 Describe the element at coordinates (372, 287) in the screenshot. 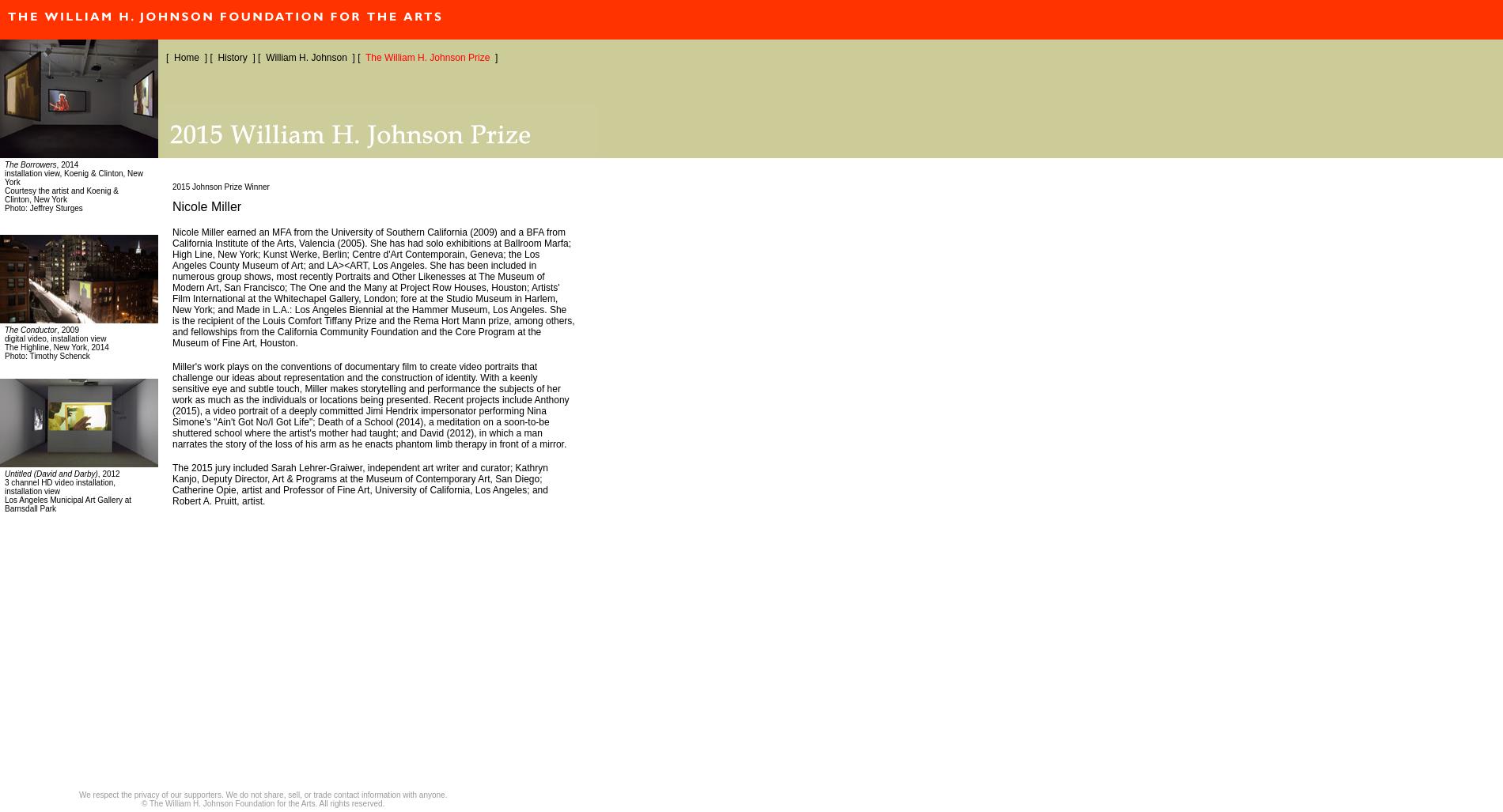

I see `'Nicole Miller earned an MFA from the University of Southern California (2009) and a BFA from California Institute of the Arts, Valencia (2005). She has had solo exhibitions at Ballroom Marfa; High Line, New York; Kunst Werke, Berlin; Centre d'Art Contemporain, Geneva; the Los Angeles County Museum of Art;  and LA><ART, Los Angeles. She has been included in numerous group shows, most recently Portraits and Other Likenesses at The Museum of Modern Art, San Francisco; The One and the Many at Project Row Houses, Houston; Artists' Film International at the Whitechapel Gallery, London; fore at the Studio Museum in Harlem, New York; and Made in L.A.: Los Angeles Biennial at the Hammer Museum, Los Angeles. She is the recipient of the Louis Comfort Tiffany Prize and the Rema Hort Mann prize, among others, and fellowships from the California Community Foundation and the Core Program at the Museum of Fine Art, Houston.'` at that location.